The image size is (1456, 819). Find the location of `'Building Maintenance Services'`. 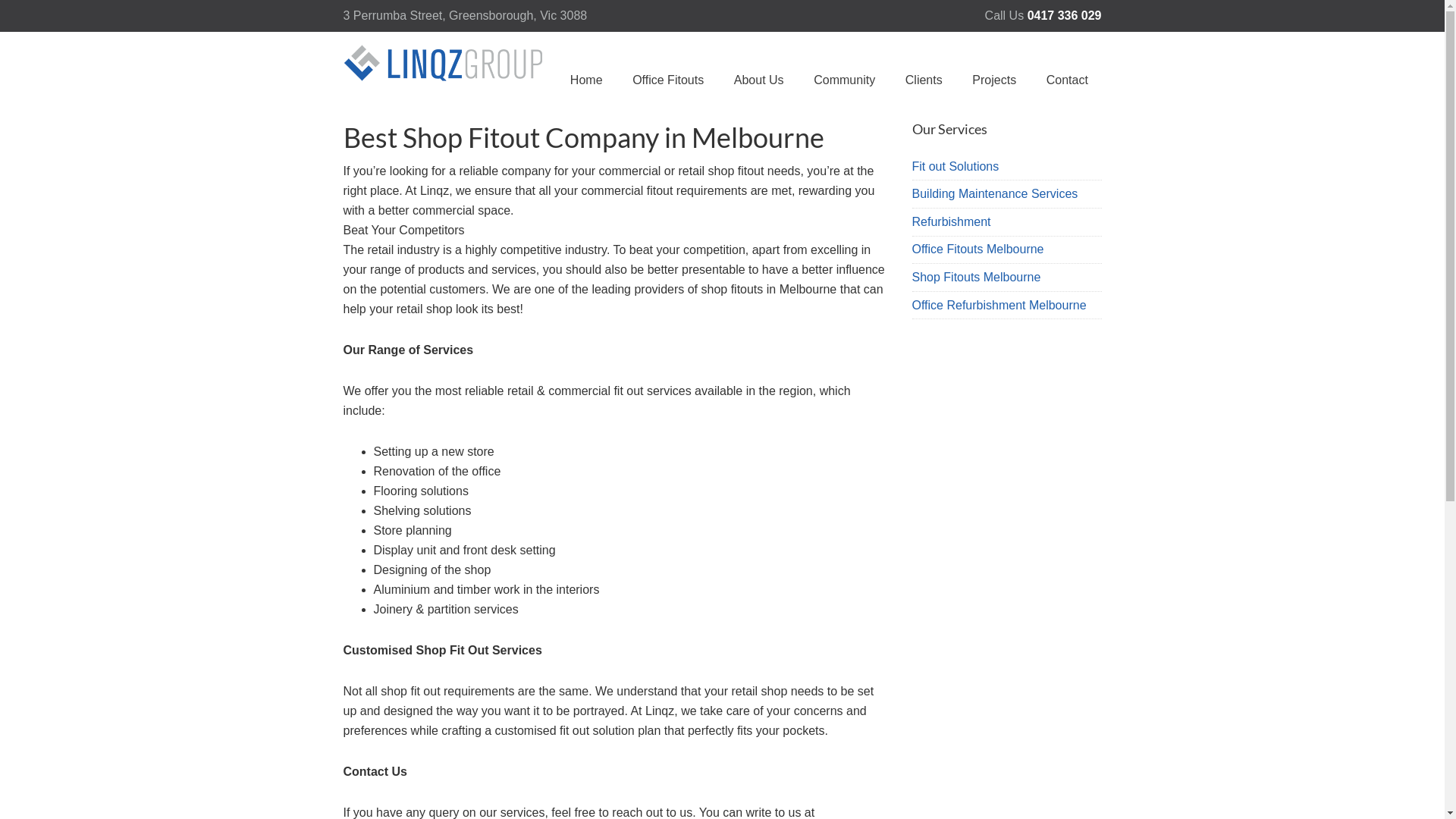

'Building Maintenance Services' is located at coordinates (1006, 193).